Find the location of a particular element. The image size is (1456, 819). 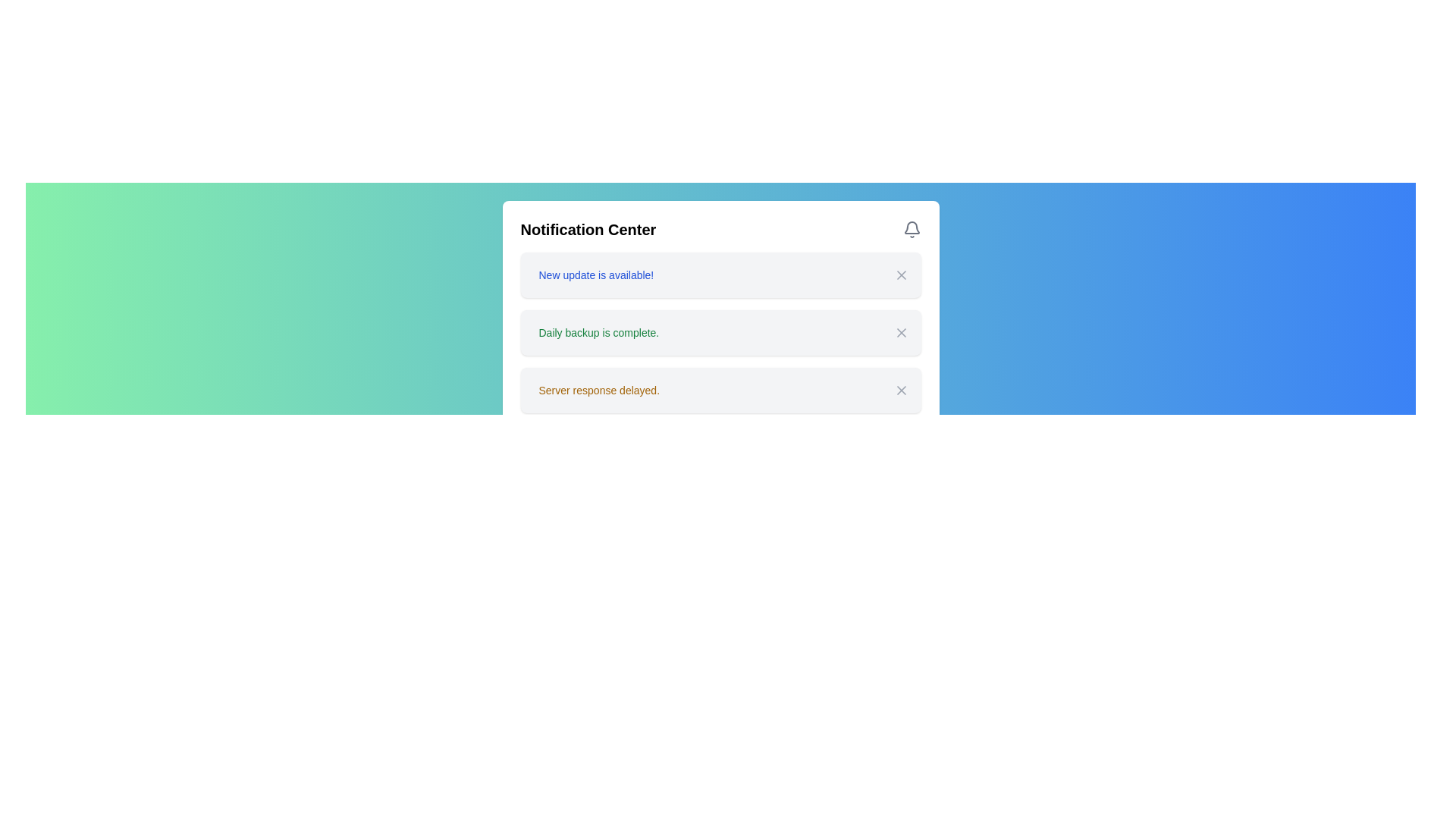

the Close Button located at the far-right corner of the notification bar that contains the text 'Server response delayed.' is located at coordinates (901, 390).